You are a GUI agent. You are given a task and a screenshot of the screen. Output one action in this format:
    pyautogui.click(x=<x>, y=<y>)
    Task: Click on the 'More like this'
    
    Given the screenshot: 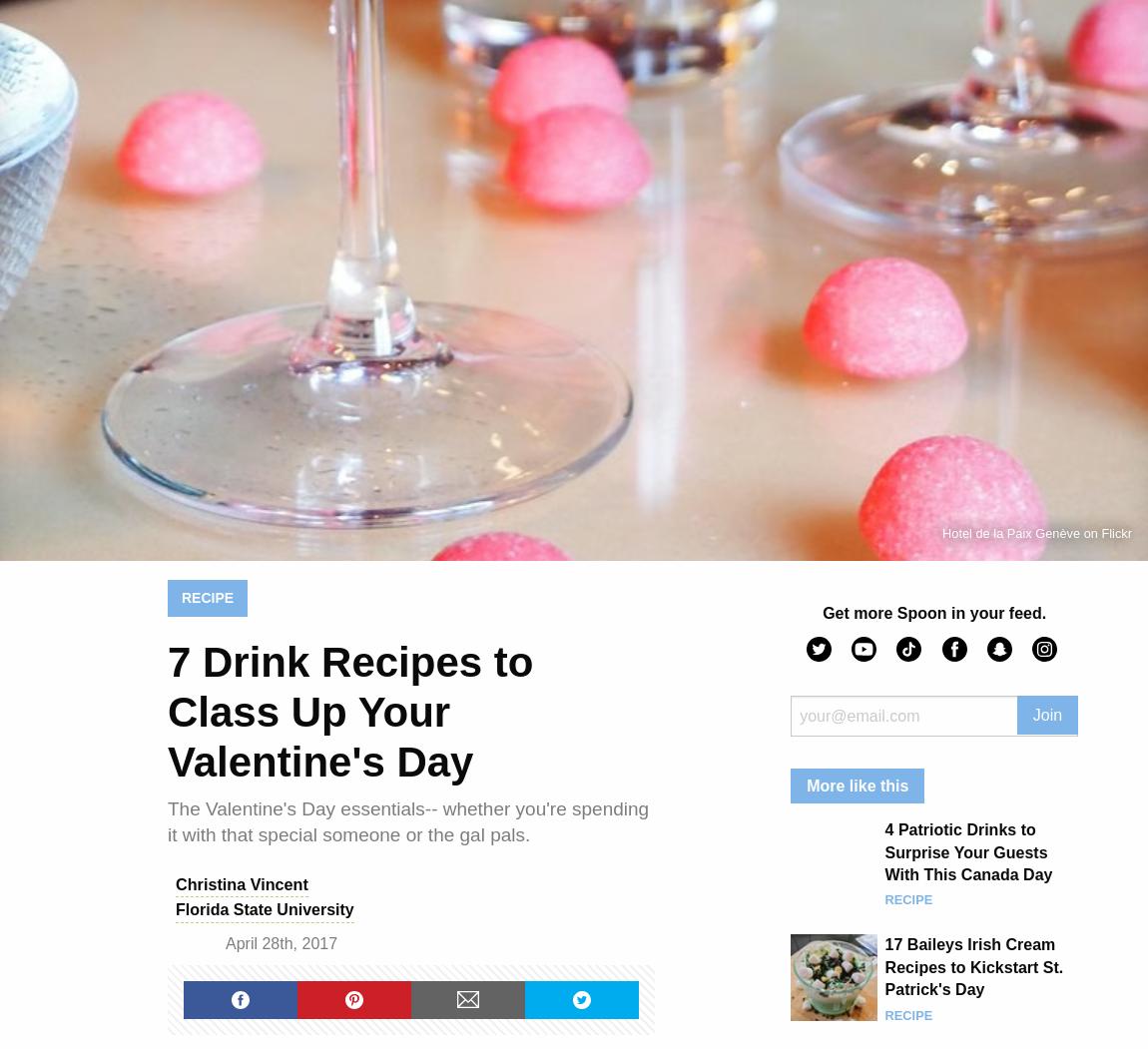 What is the action you would take?
    pyautogui.click(x=857, y=784)
    